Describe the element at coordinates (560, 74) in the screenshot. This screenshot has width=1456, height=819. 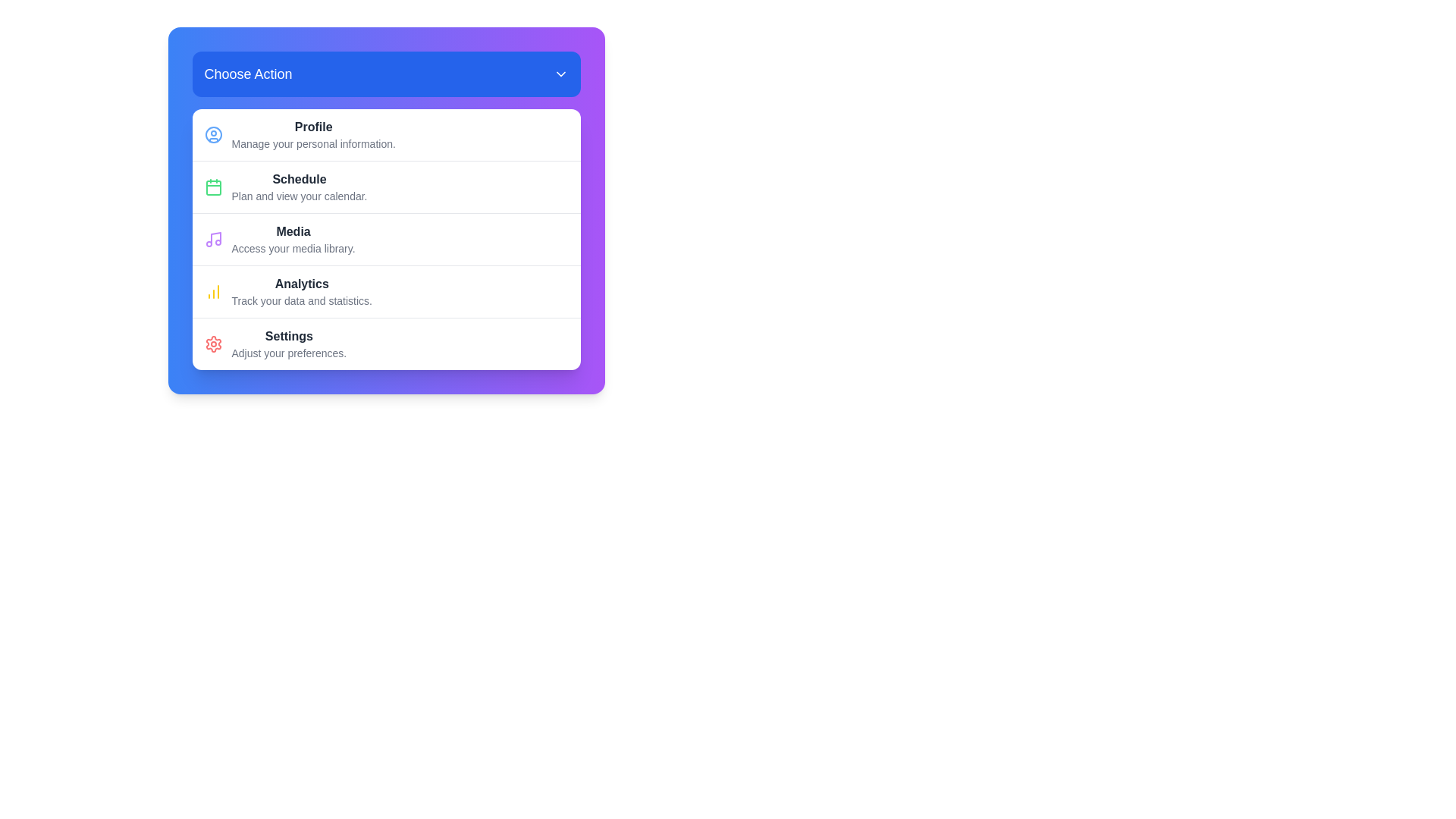
I see `the Dropdown indicator (chevron icon) located within the blue header bar, adjacent to the 'Choose Action' label, for accessibility purposes` at that location.